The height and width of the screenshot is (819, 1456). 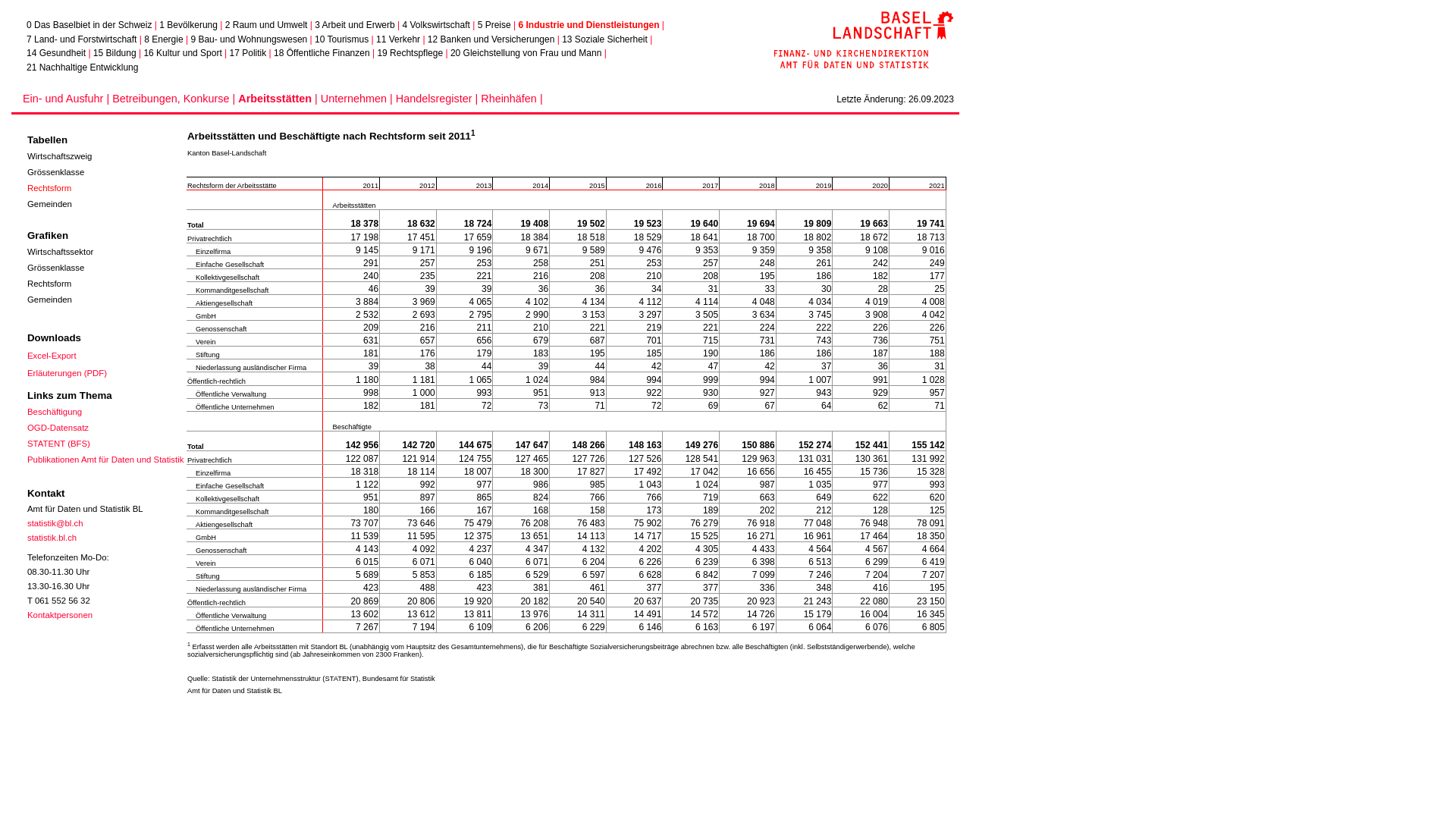 I want to click on 'Wirtschaftssektor', so click(x=60, y=250).